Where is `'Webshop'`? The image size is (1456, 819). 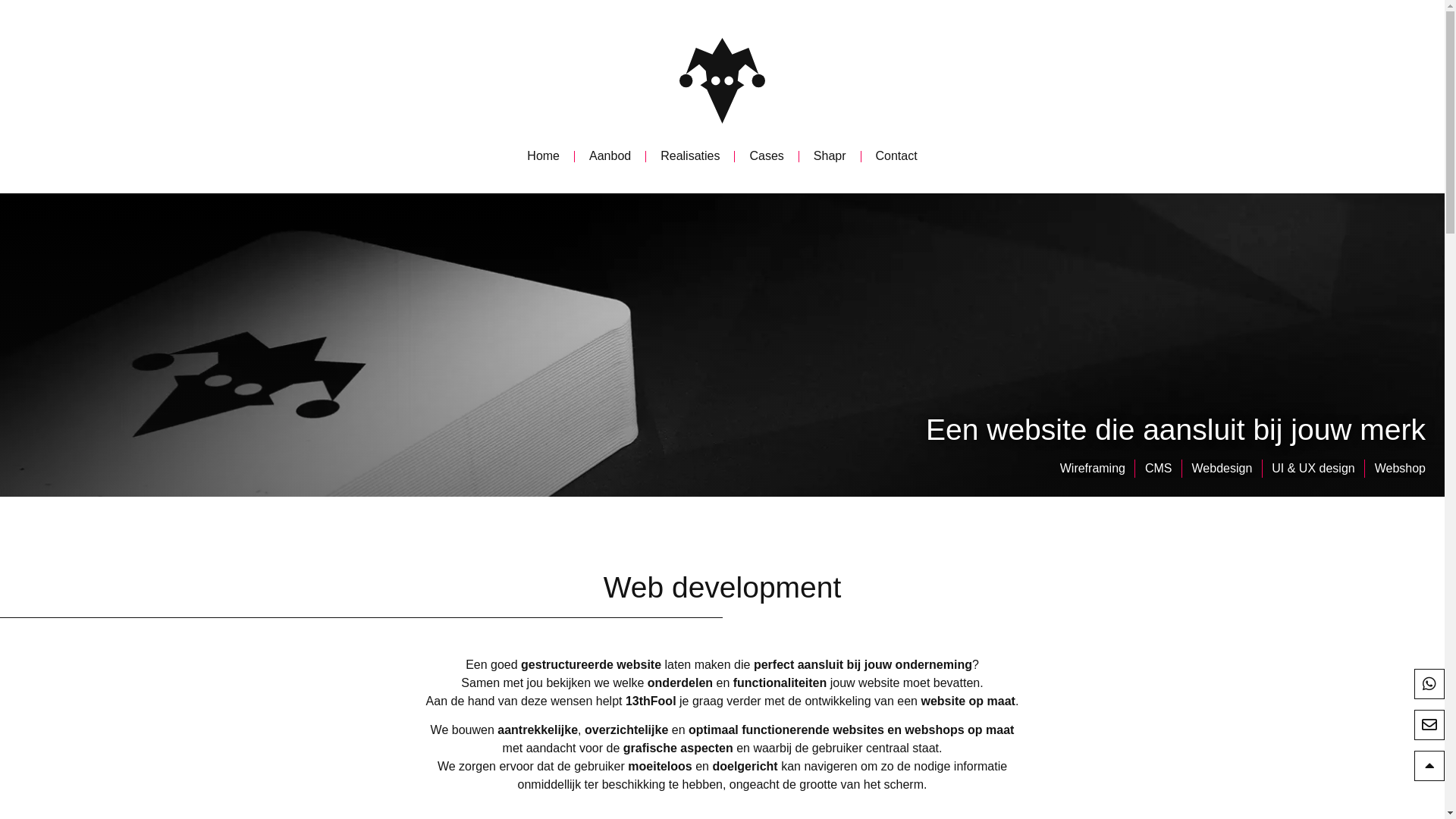
'Webshop' is located at coordinates (1399, 467).